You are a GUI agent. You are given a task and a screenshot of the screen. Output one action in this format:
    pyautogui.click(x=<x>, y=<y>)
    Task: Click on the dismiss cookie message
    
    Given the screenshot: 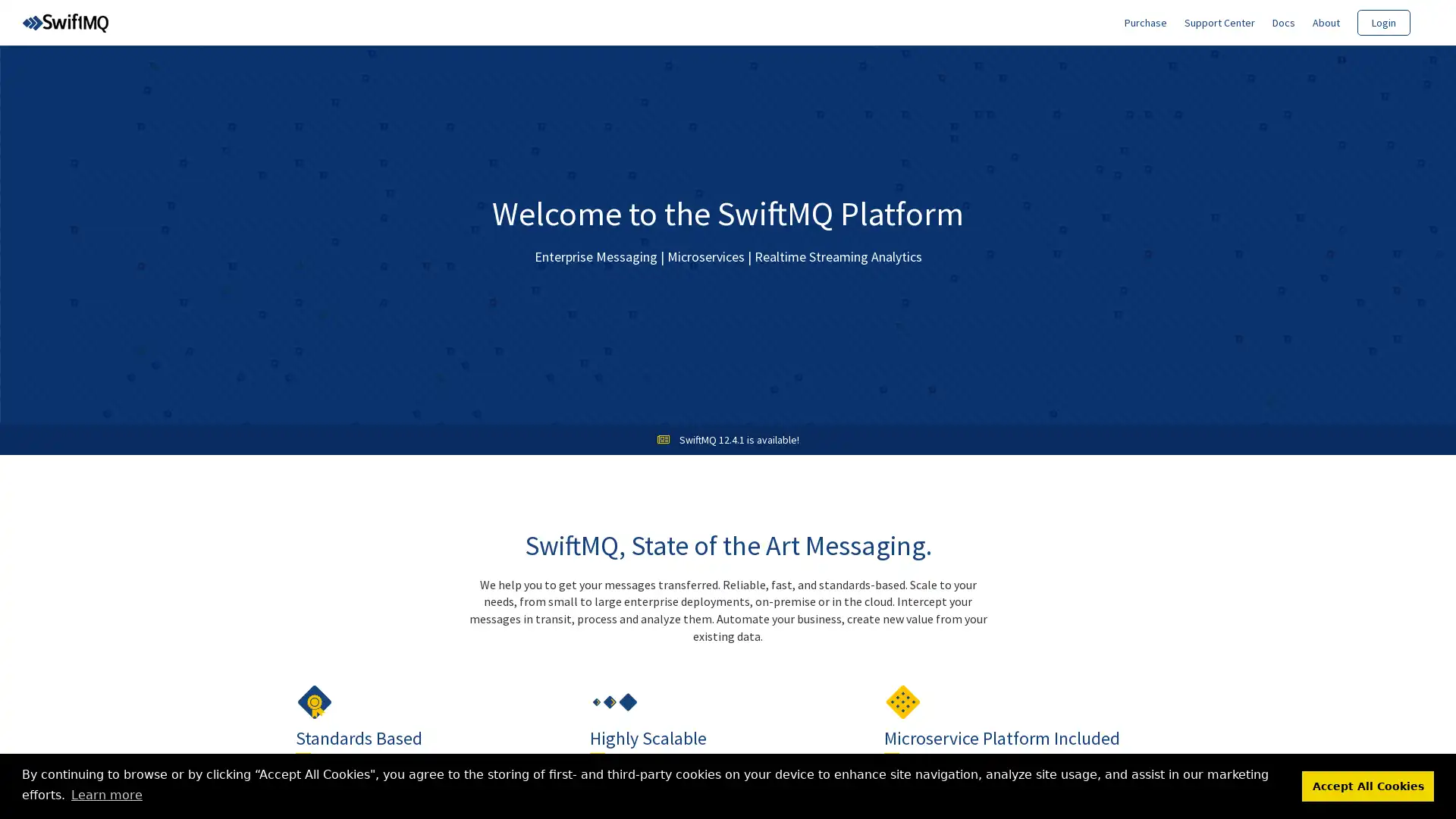 What is the action you would take?
    pyautogui.click(x=1368, y=785)
    